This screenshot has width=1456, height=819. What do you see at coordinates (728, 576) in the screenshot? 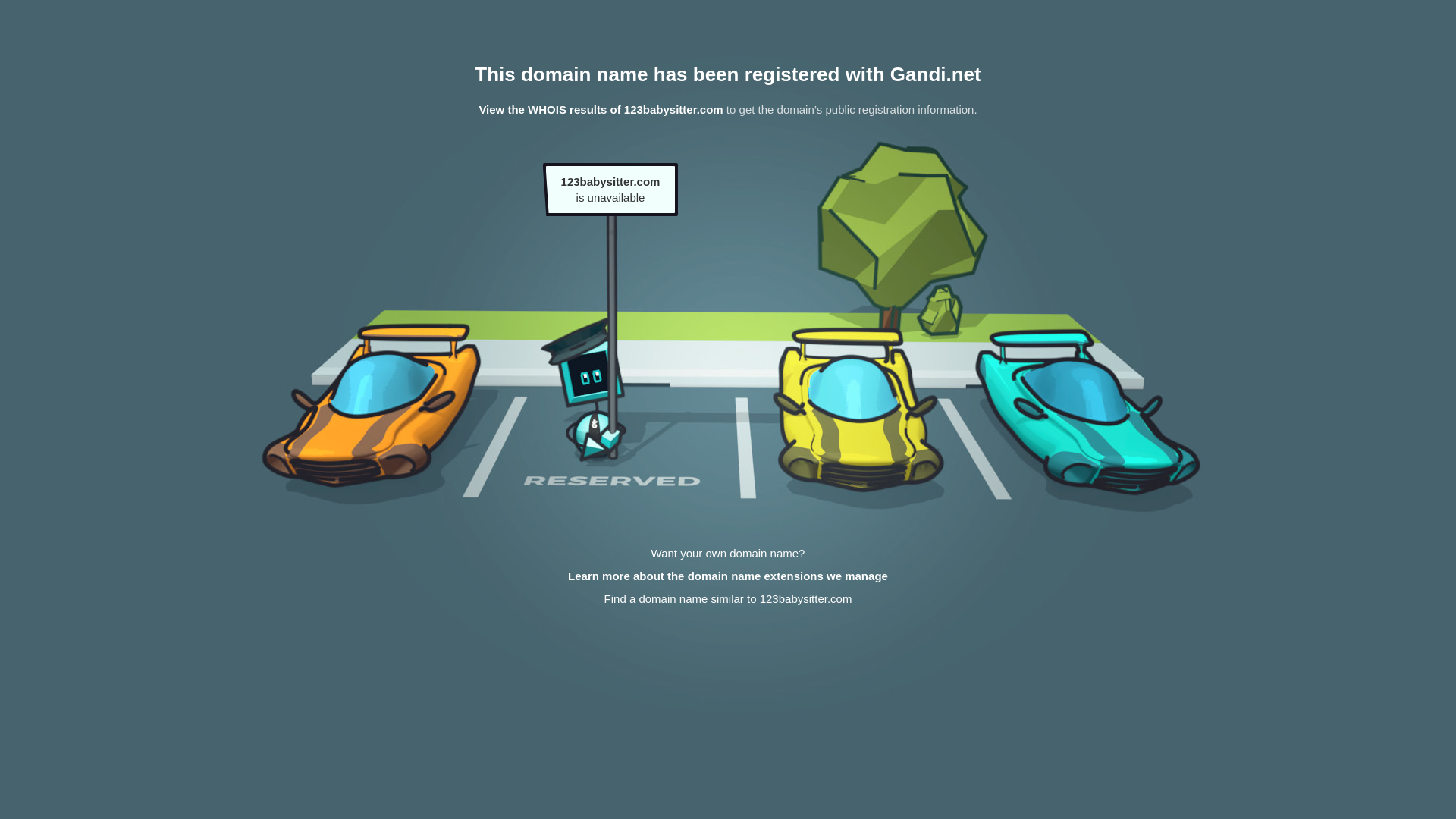
I see `'Learn more about the domain name extensions we manage'` at bounding box center [728, 576].